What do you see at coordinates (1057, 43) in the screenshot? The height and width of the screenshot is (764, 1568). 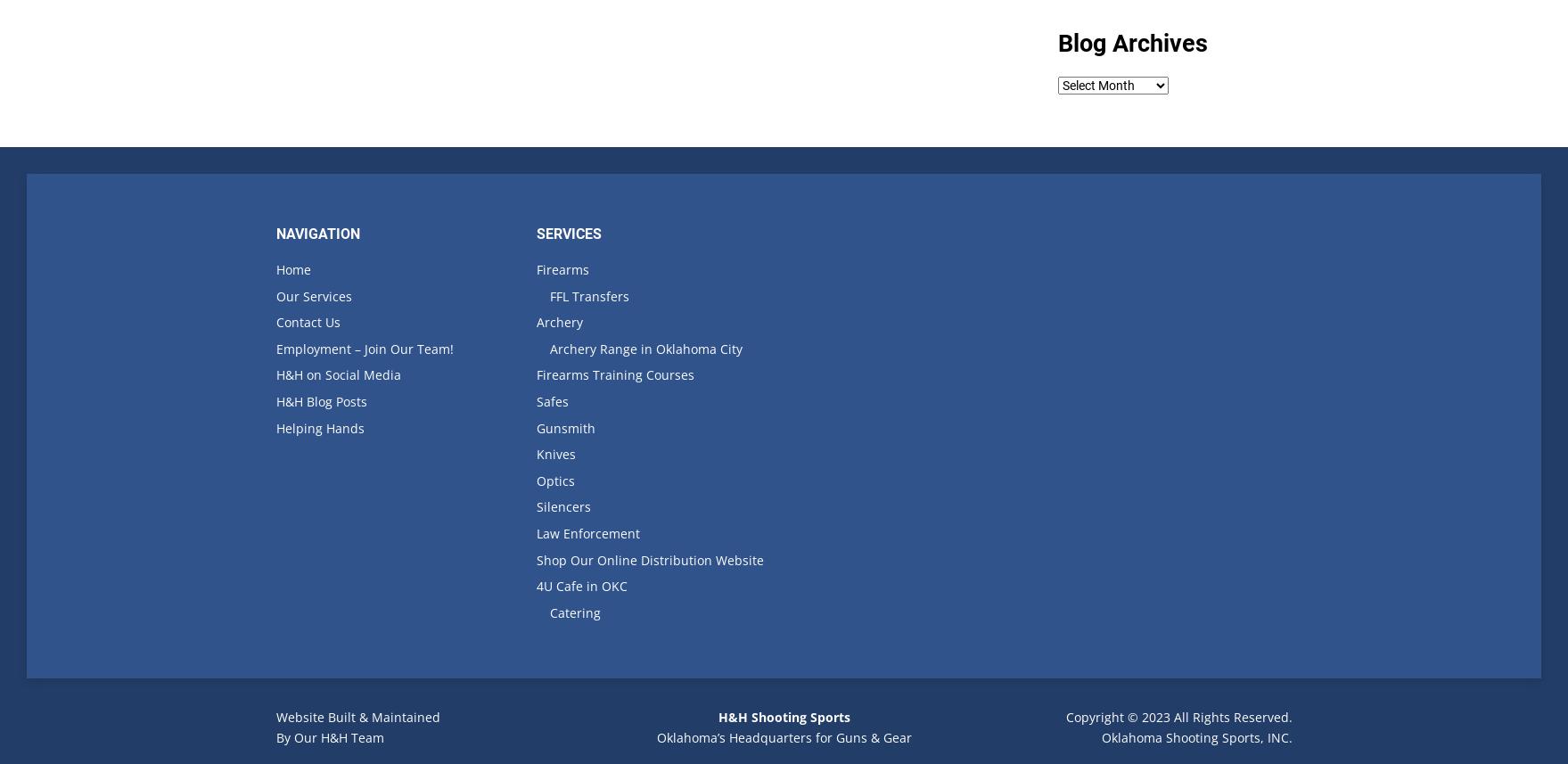 I see `'Blog Archives'` at bounding box center [1057, 43].